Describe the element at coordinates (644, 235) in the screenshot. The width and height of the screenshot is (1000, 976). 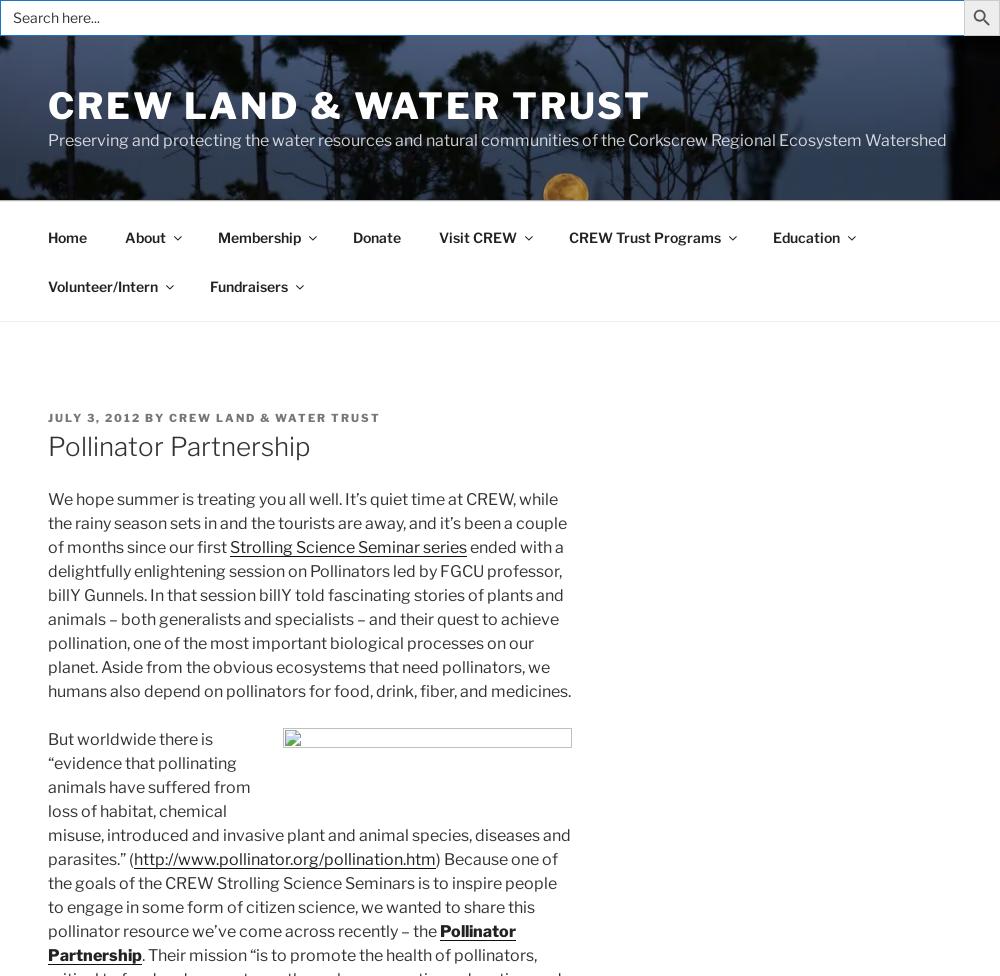
I see `'CREW Trust Programs'` at that location.